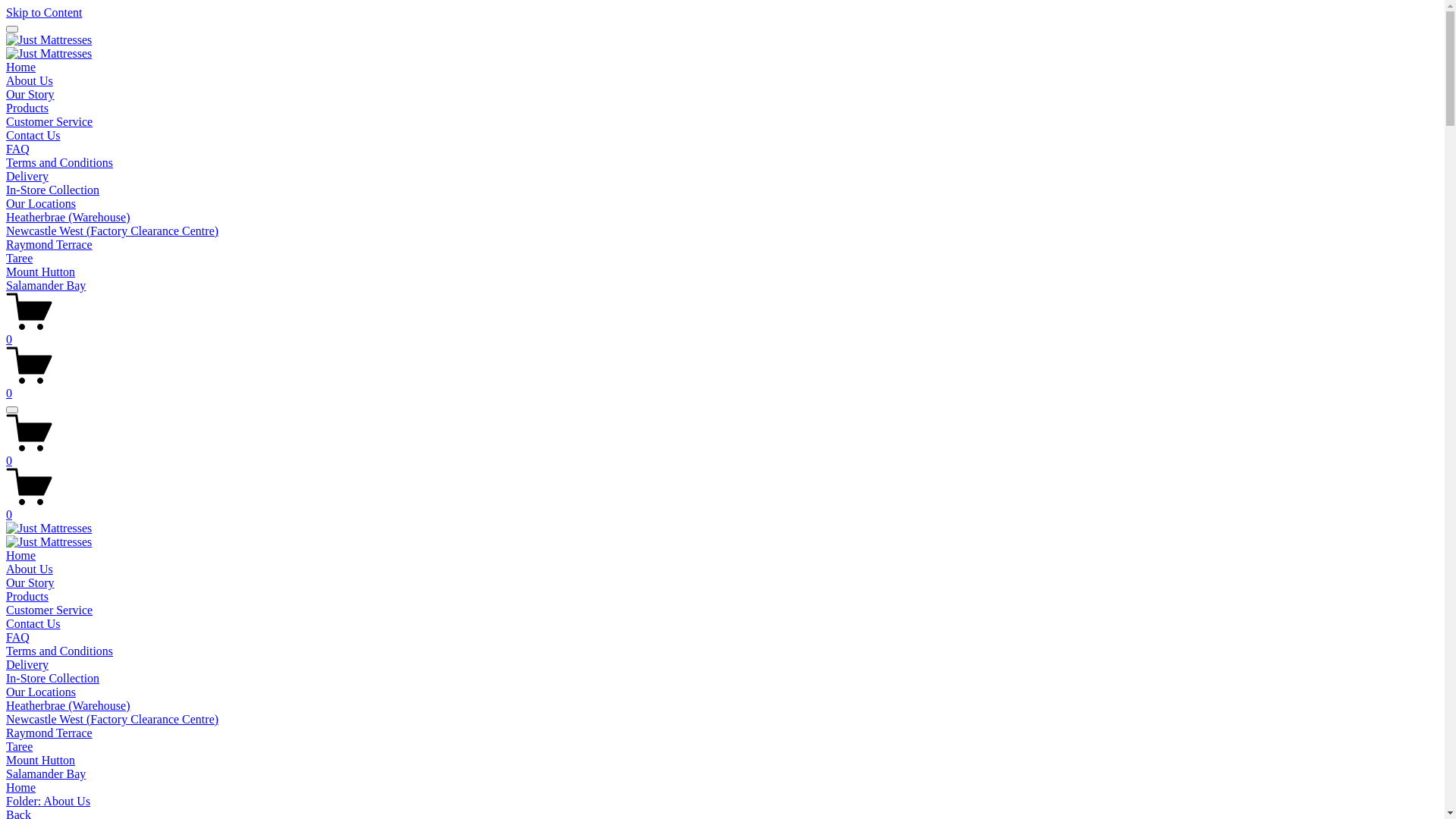 This screenshot has height=819, width=1456. Describe the element at coordinates (52, 677) in the screenshot. I see `'In-Store Collection'` at that location.